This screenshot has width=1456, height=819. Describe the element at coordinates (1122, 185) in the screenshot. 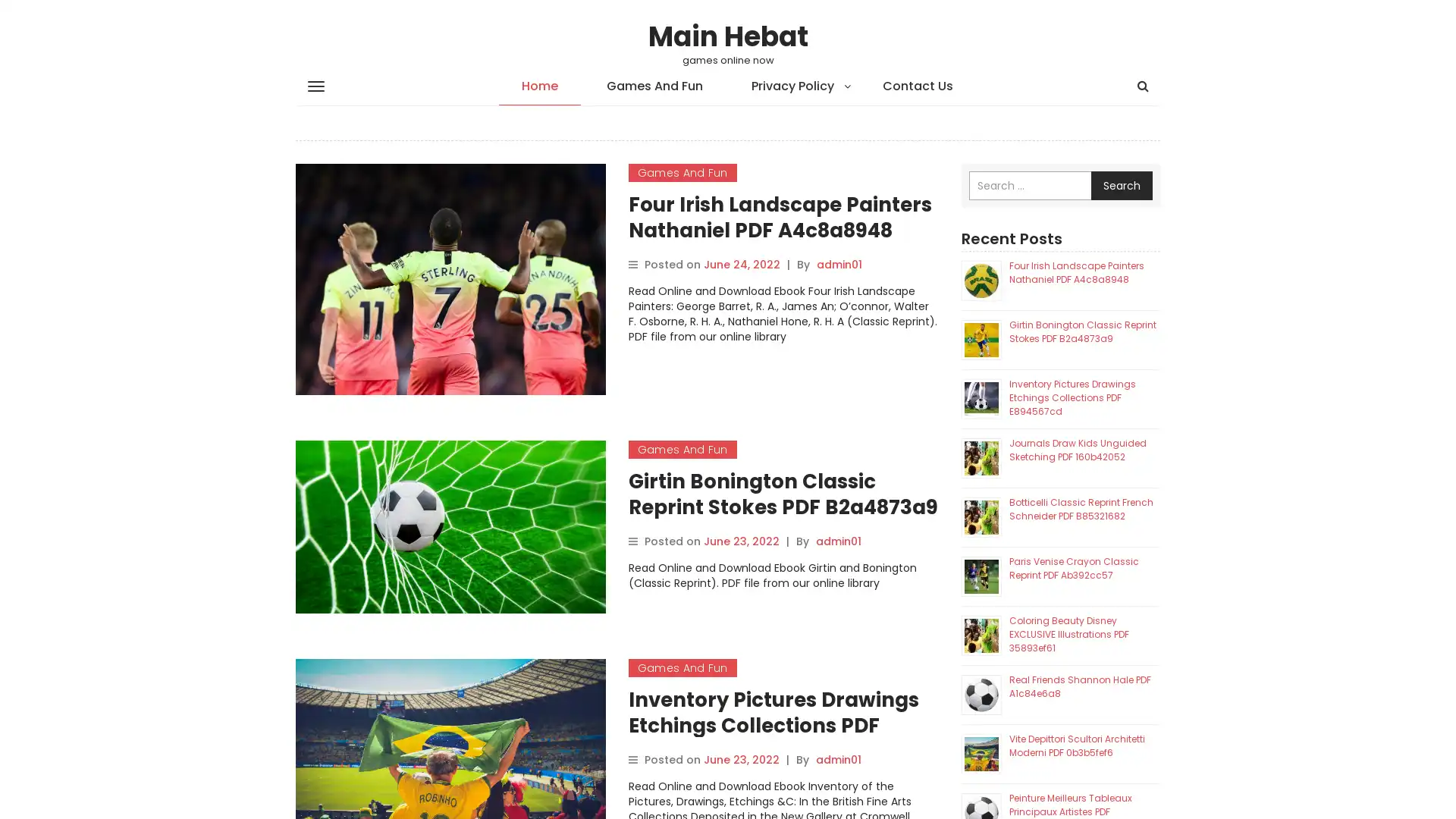

I see `Search` at that location.